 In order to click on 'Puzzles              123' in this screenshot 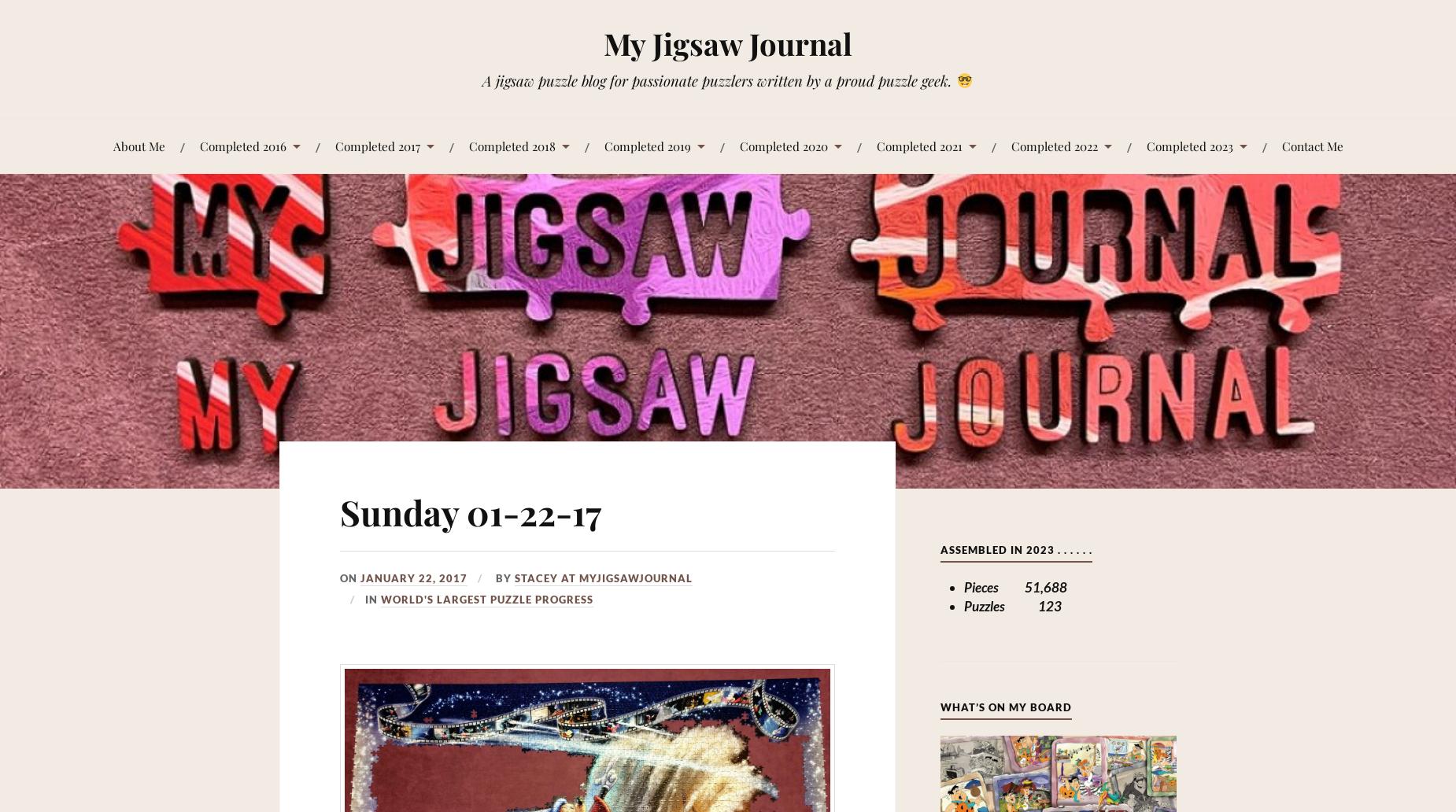, I will do `click(1011, 605)`.